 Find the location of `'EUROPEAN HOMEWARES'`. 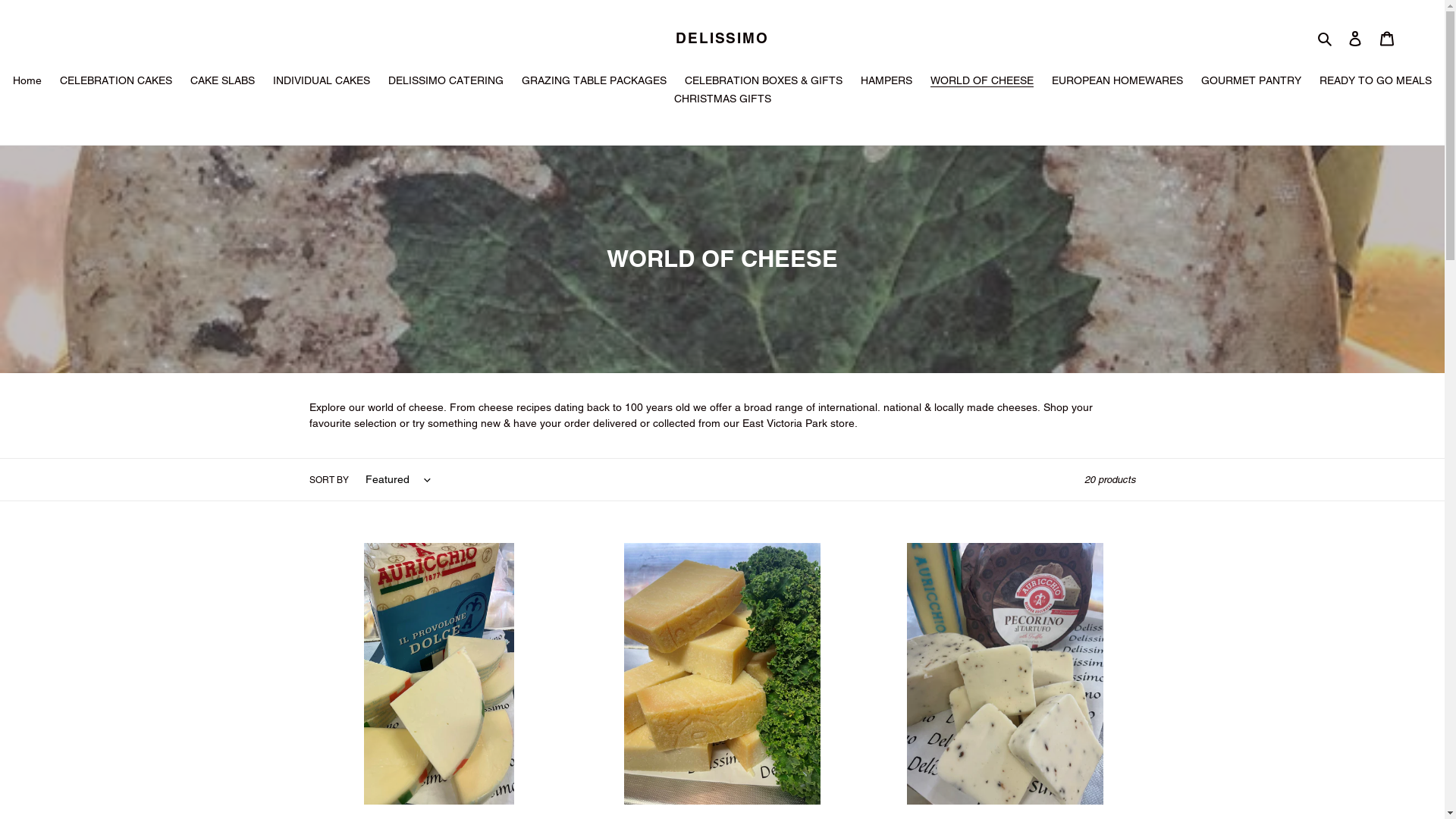

'EUROPEAN HOMEWARES' is located at coordinates (1117, 82).